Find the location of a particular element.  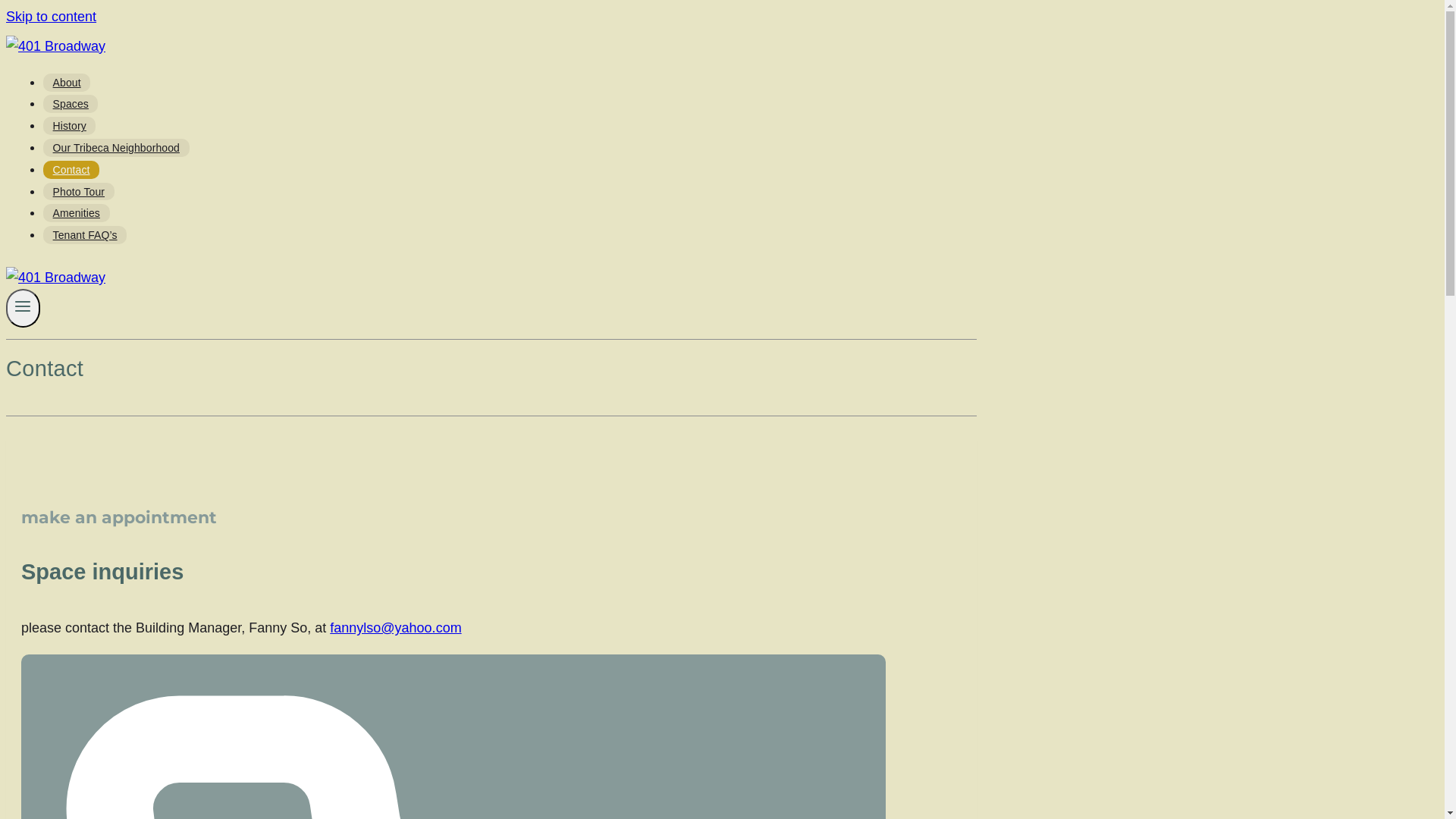

'Spaces' is located at coordinates (69, 103).